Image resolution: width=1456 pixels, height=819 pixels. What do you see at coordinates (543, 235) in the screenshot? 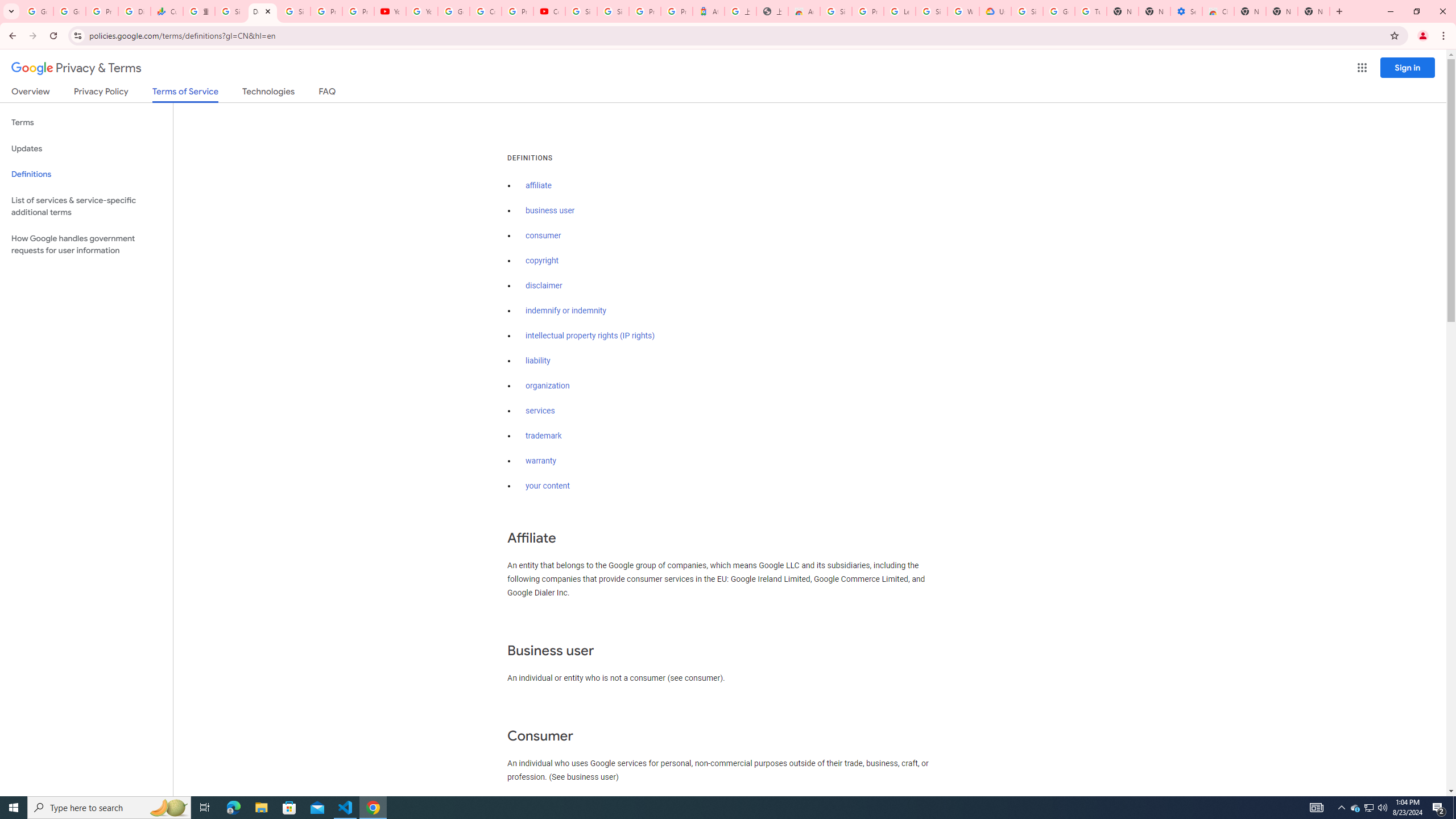
I see `'consumer'` at bounding box center [543, 235].